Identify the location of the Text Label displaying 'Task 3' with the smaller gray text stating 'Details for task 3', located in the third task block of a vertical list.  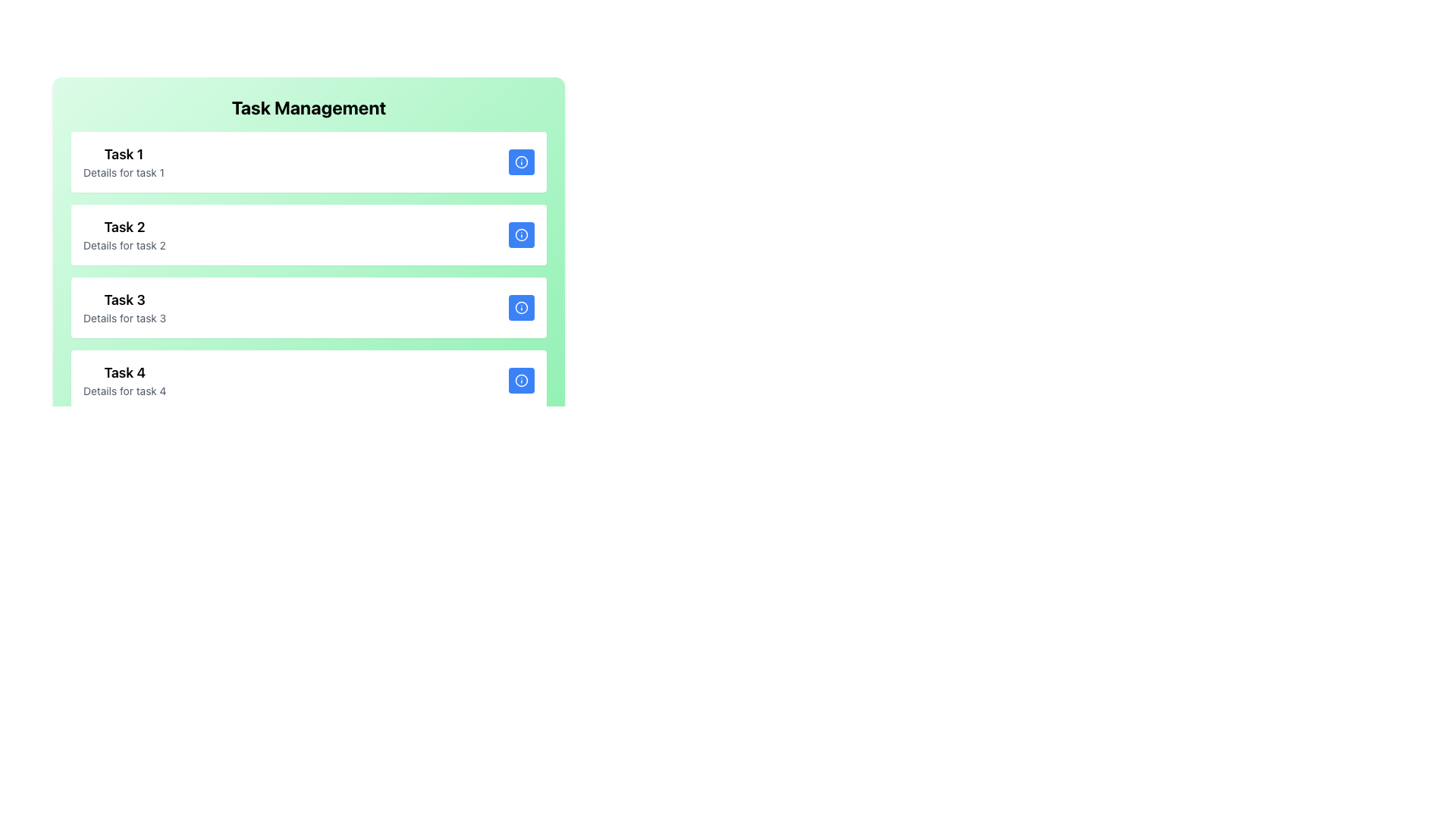
(124, 307).